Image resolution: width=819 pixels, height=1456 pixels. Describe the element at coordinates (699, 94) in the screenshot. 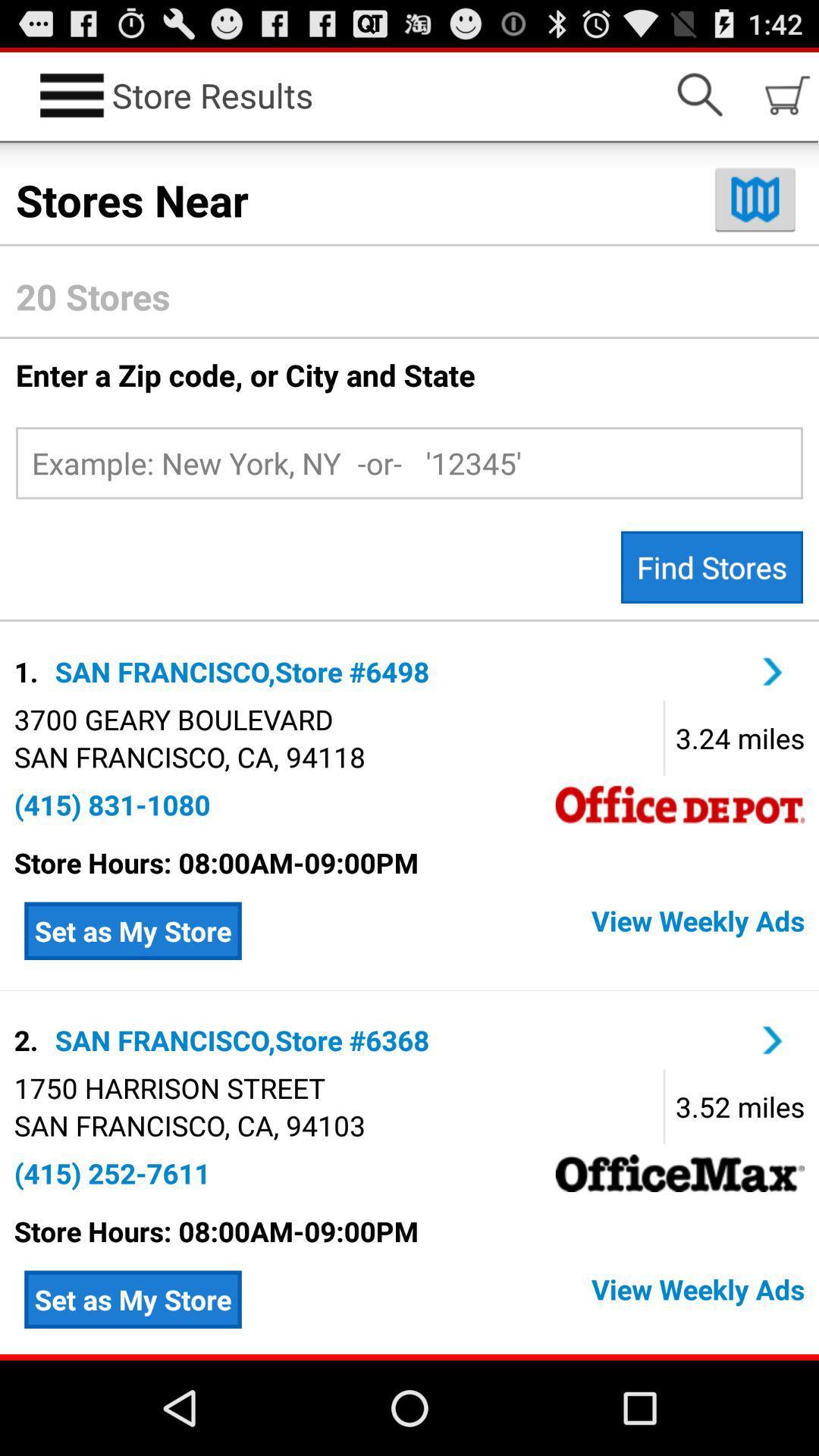

I see `search icon` at that location.